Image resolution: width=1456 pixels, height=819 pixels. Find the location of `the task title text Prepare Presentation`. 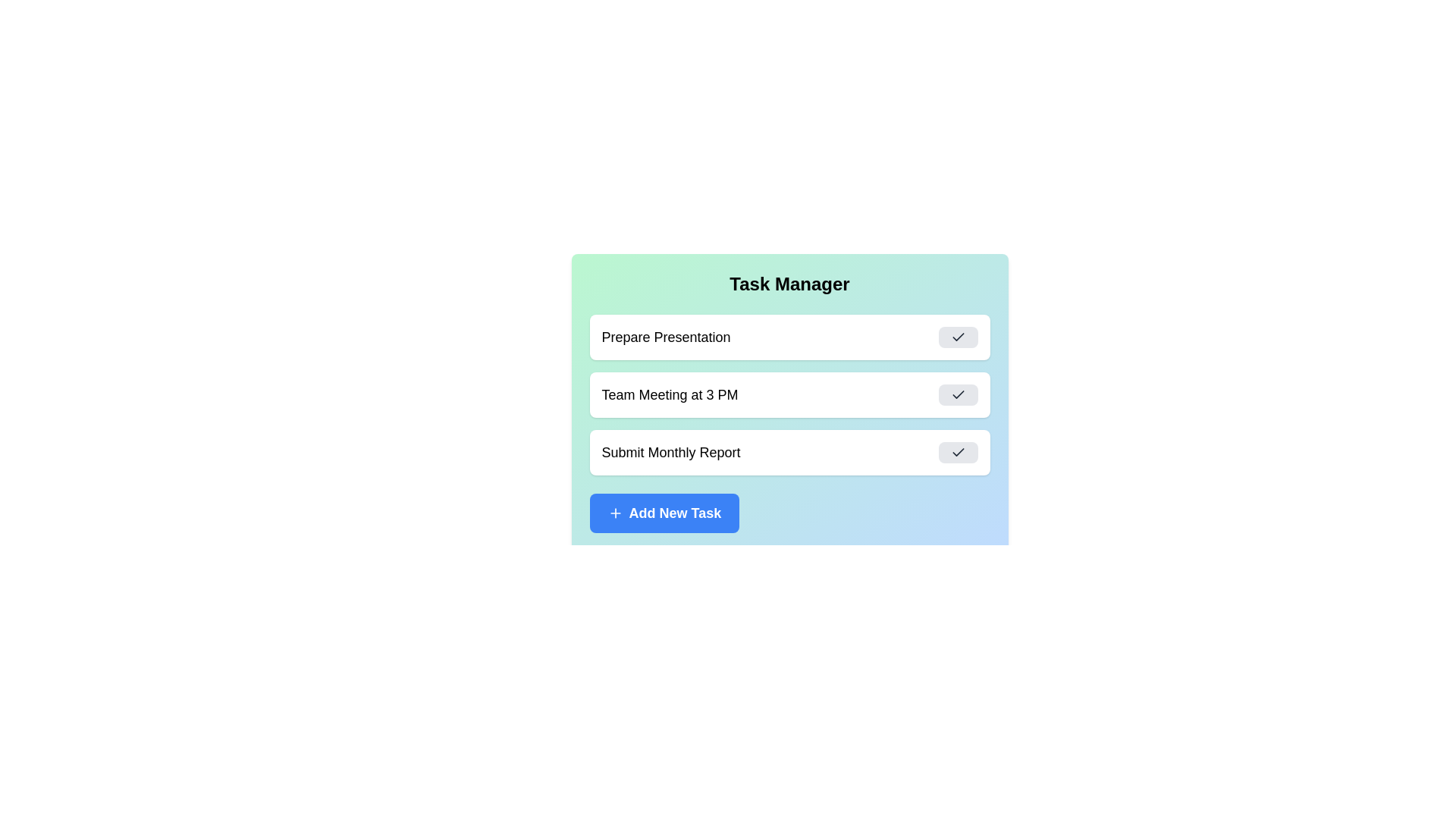

the task title text Prepare Presentation is located at coordinates (666, 336).